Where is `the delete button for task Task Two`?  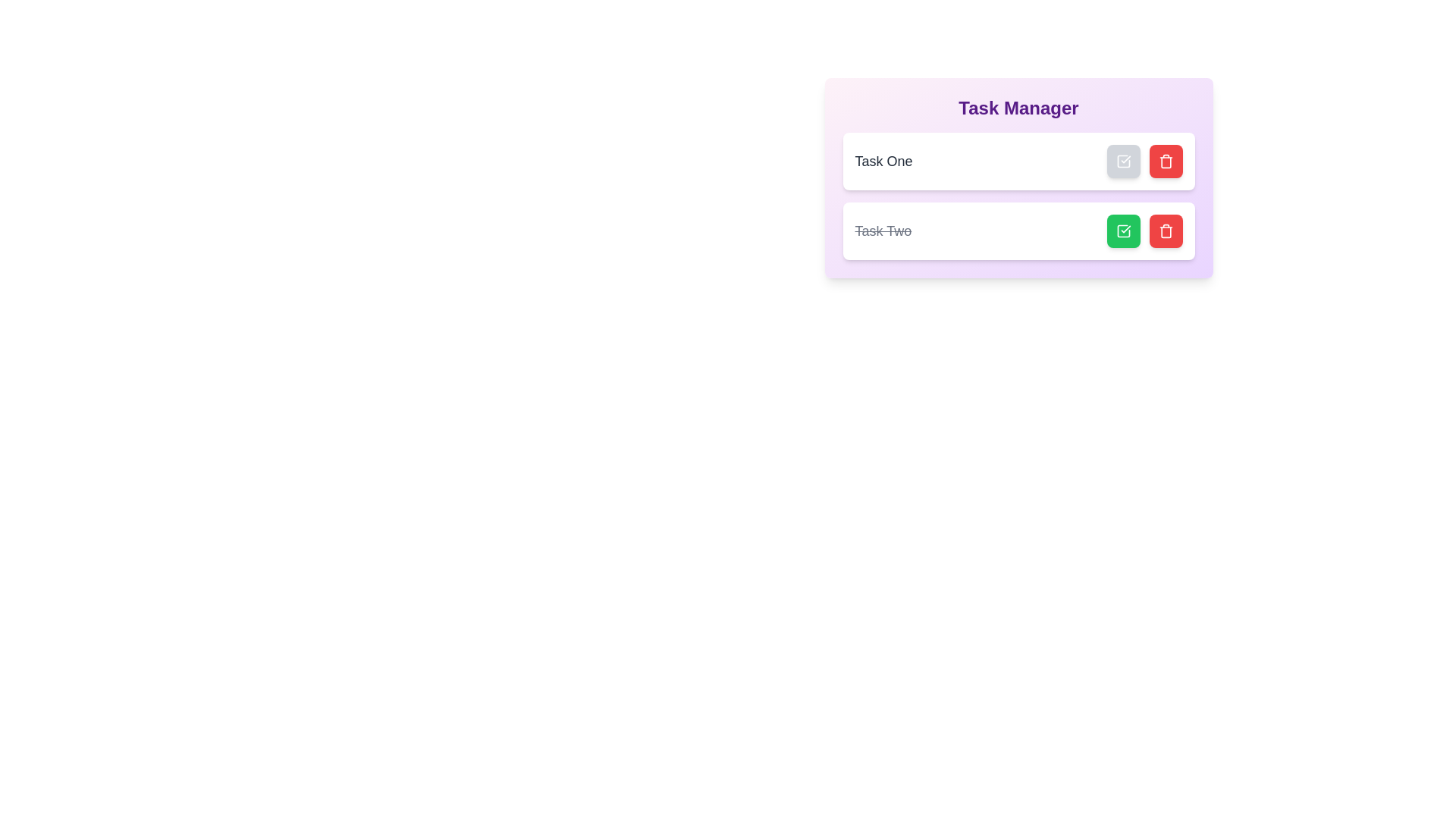 the delete button for task Task Two is located at coordinates (1165, 231).